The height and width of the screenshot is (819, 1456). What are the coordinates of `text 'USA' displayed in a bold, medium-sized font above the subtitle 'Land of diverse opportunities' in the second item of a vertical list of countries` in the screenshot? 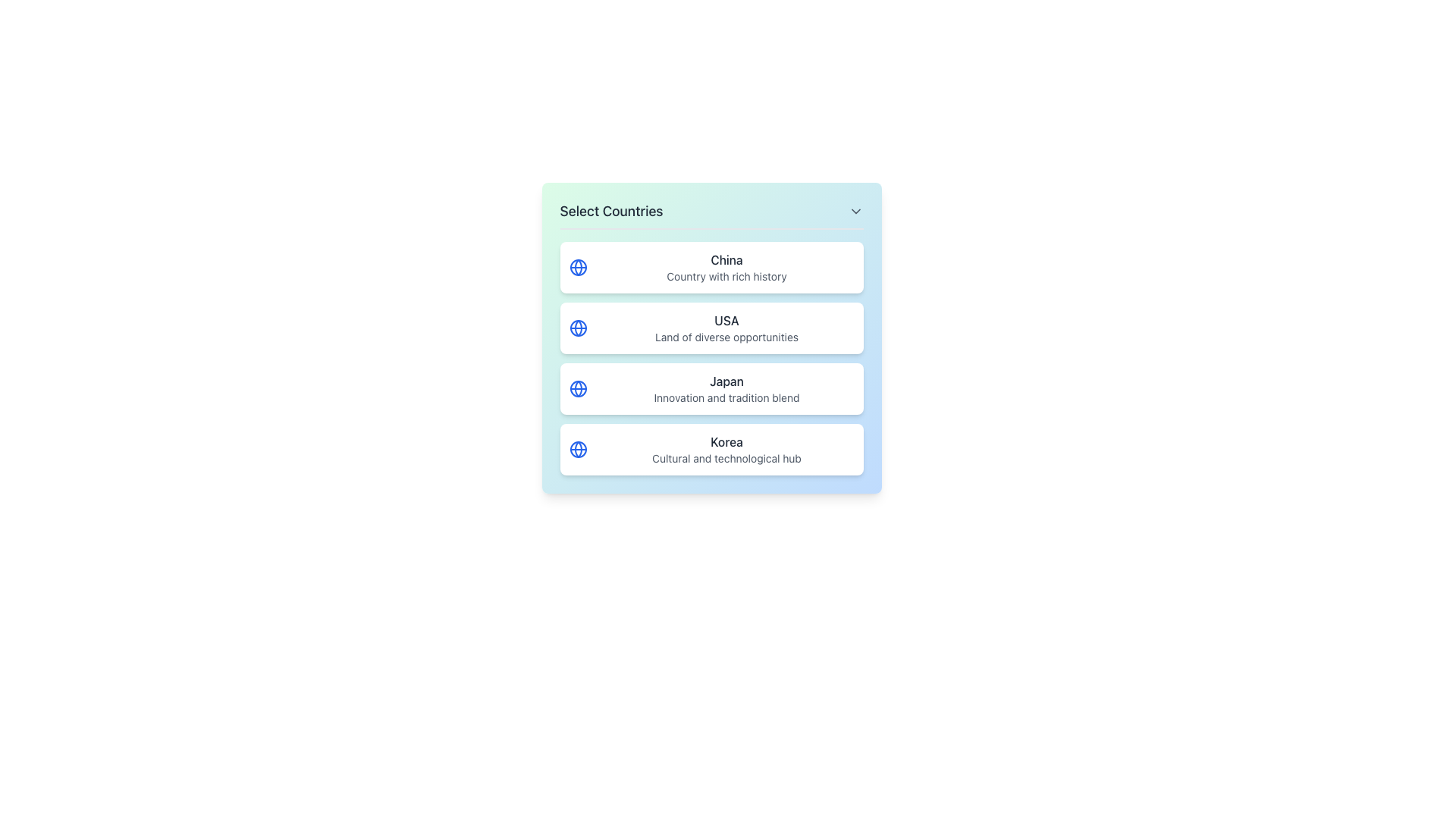 It's located at (726, 320).